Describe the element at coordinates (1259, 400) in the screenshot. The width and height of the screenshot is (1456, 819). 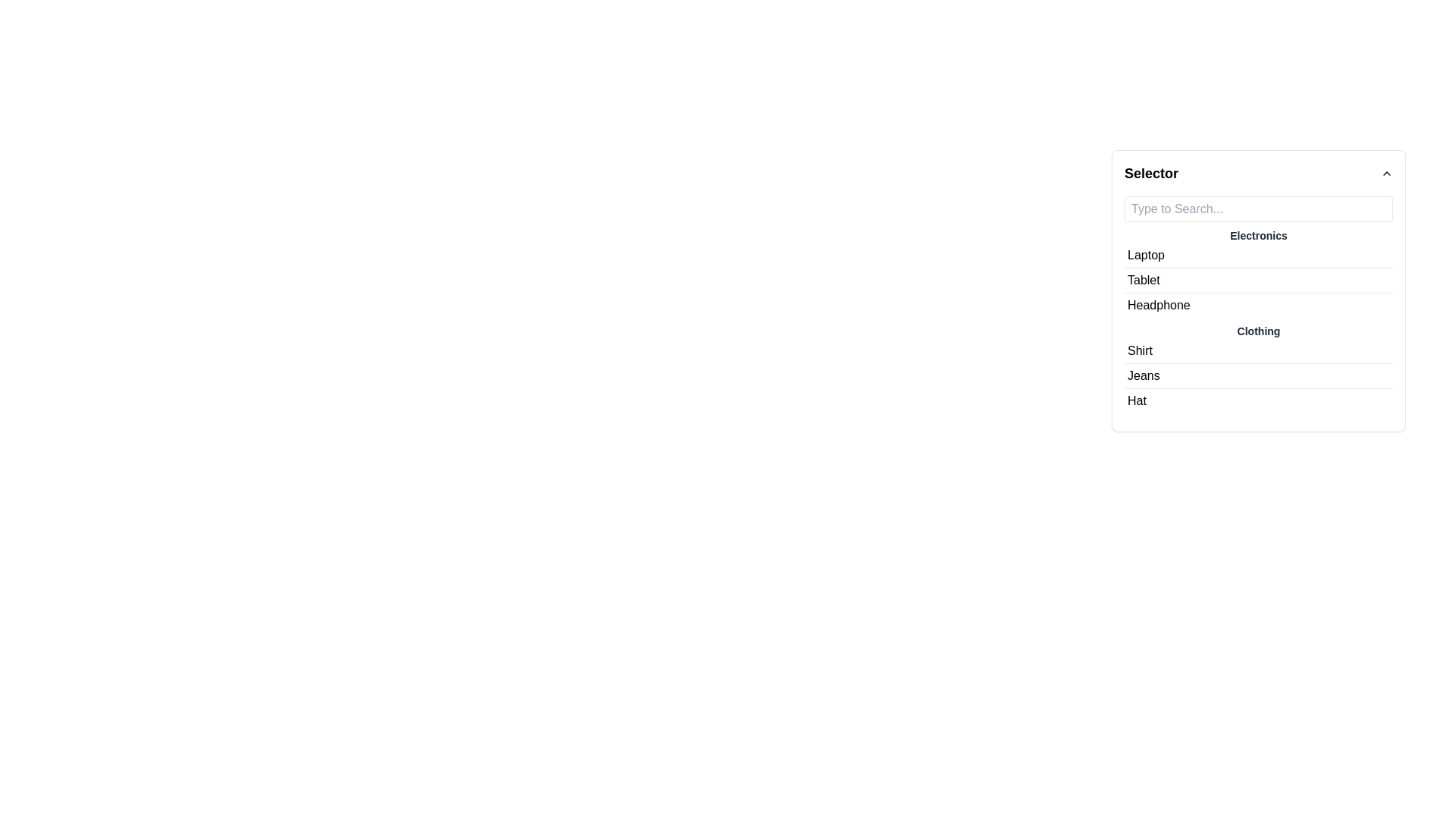
I see `the third item in the 'Clothing' section of the dropdown menu` at that location.